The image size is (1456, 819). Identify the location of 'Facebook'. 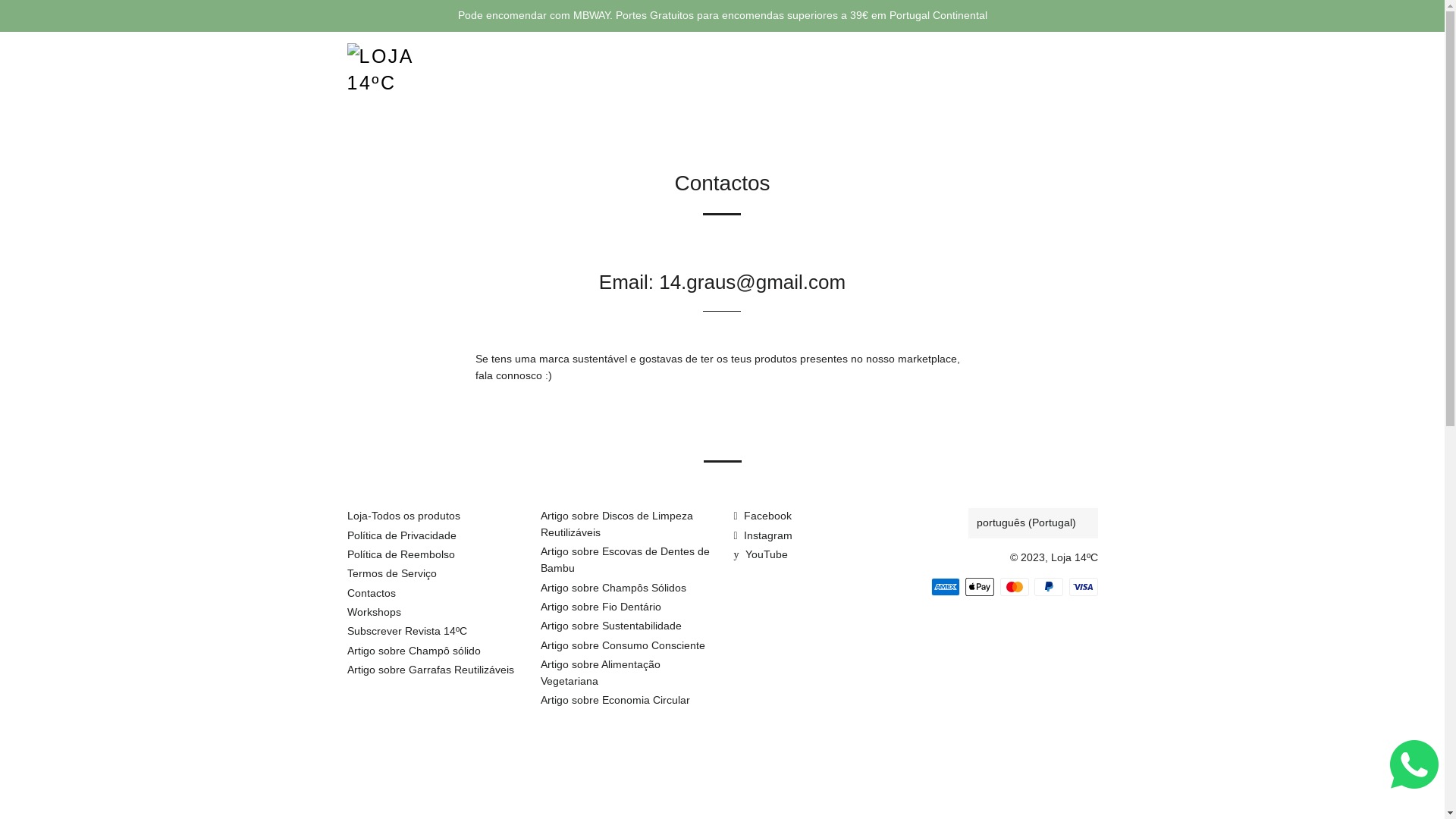
(763, 514).